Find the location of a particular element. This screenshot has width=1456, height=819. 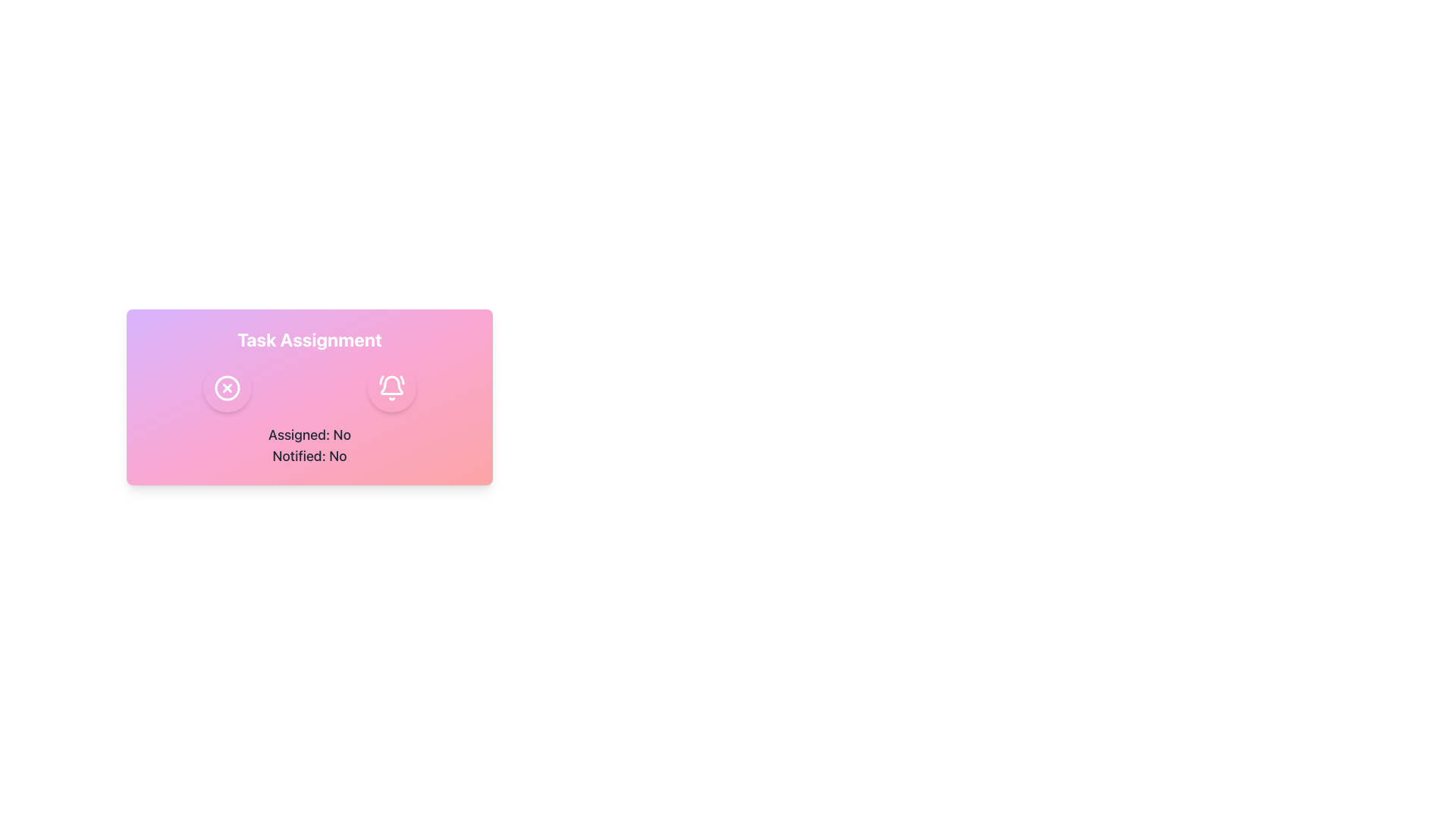

the small curved line of the bell icon located in the top-right section of the rounded rectangular card with a gradient background is located at coordinates (381, 379).